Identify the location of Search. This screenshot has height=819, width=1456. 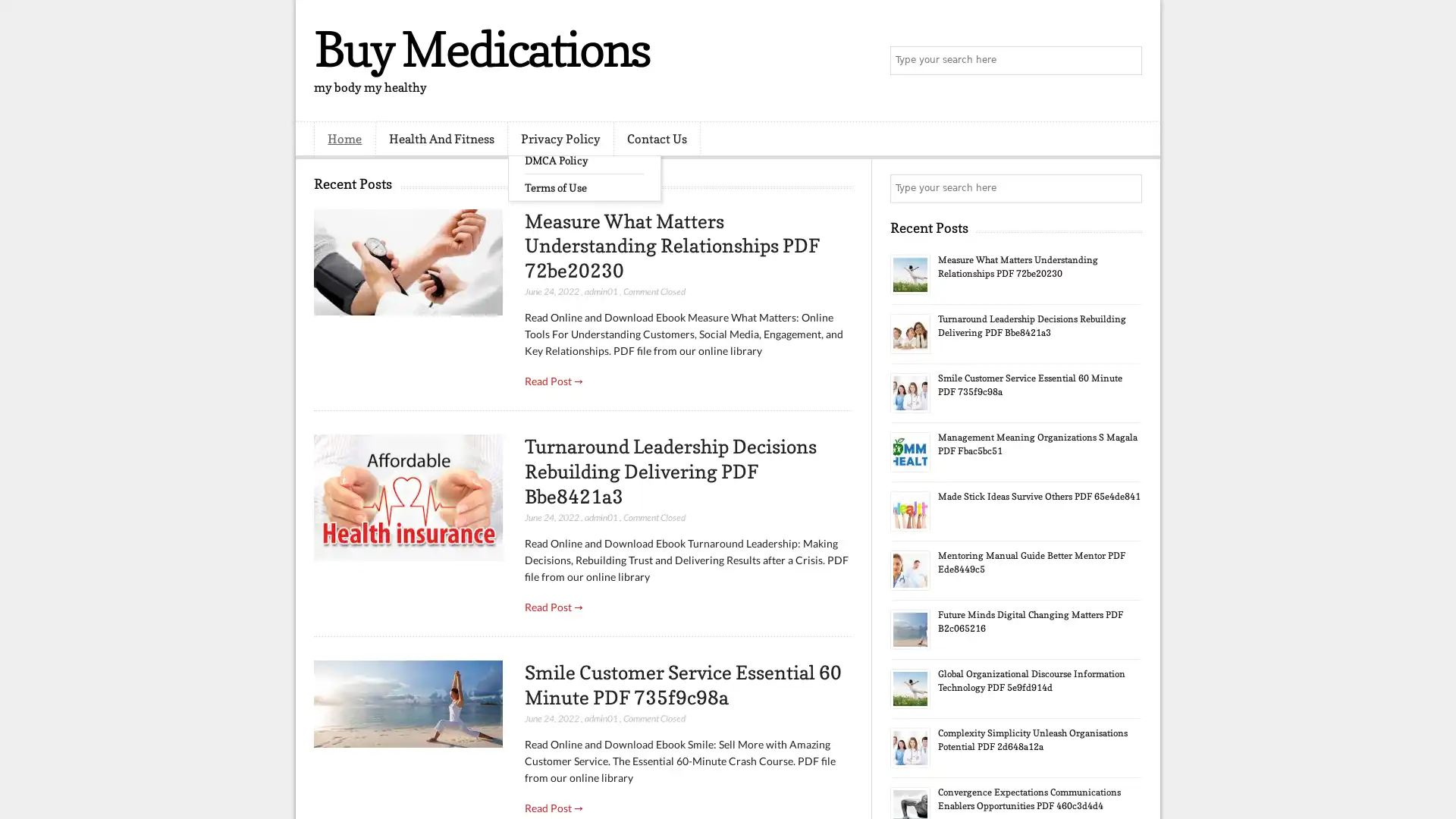
(1126, 61).